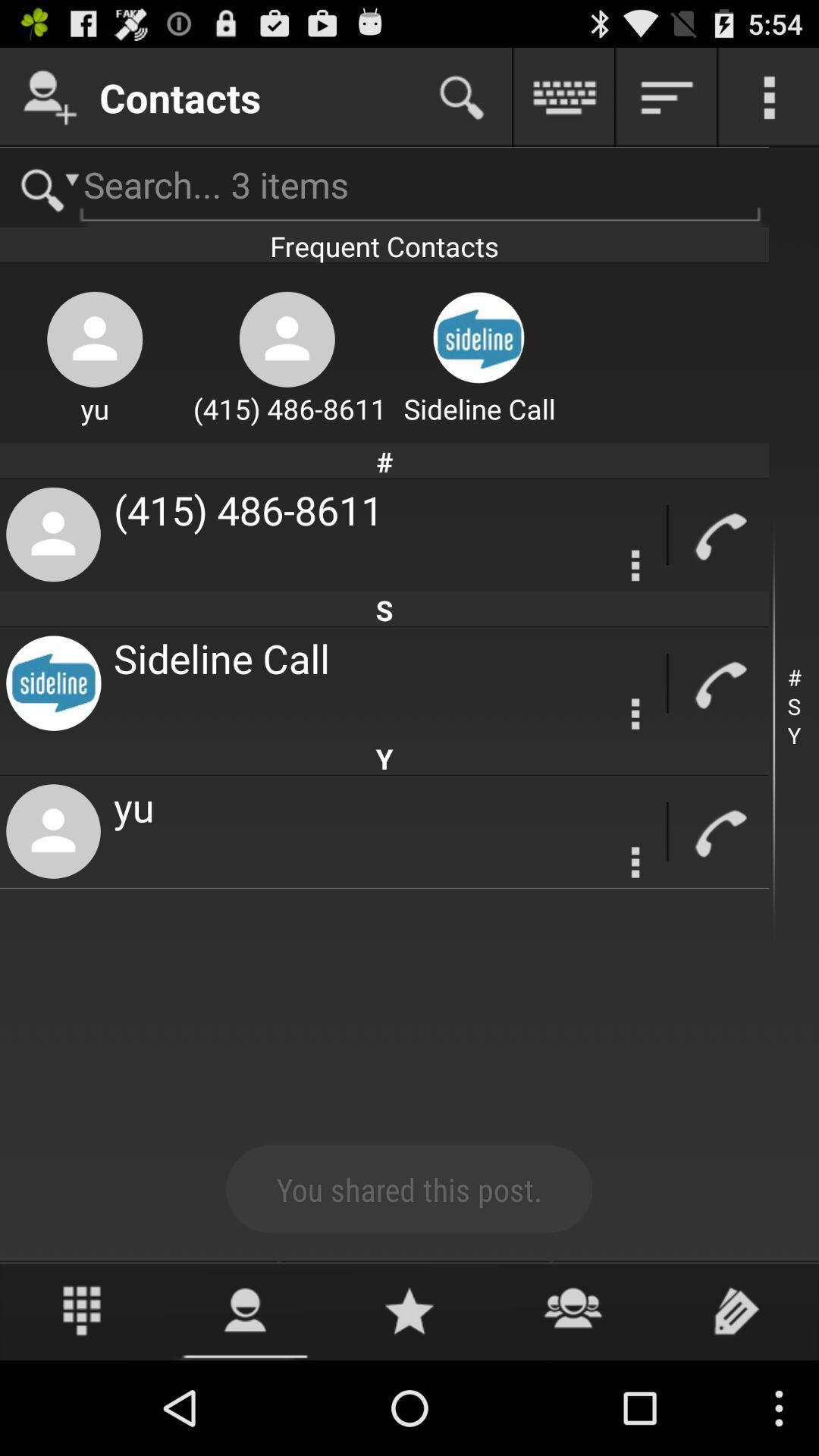 The image size is (819, 1456). Describe the element at coordinates (718, 831) in the screenshot. I see `call this profile` at that location.